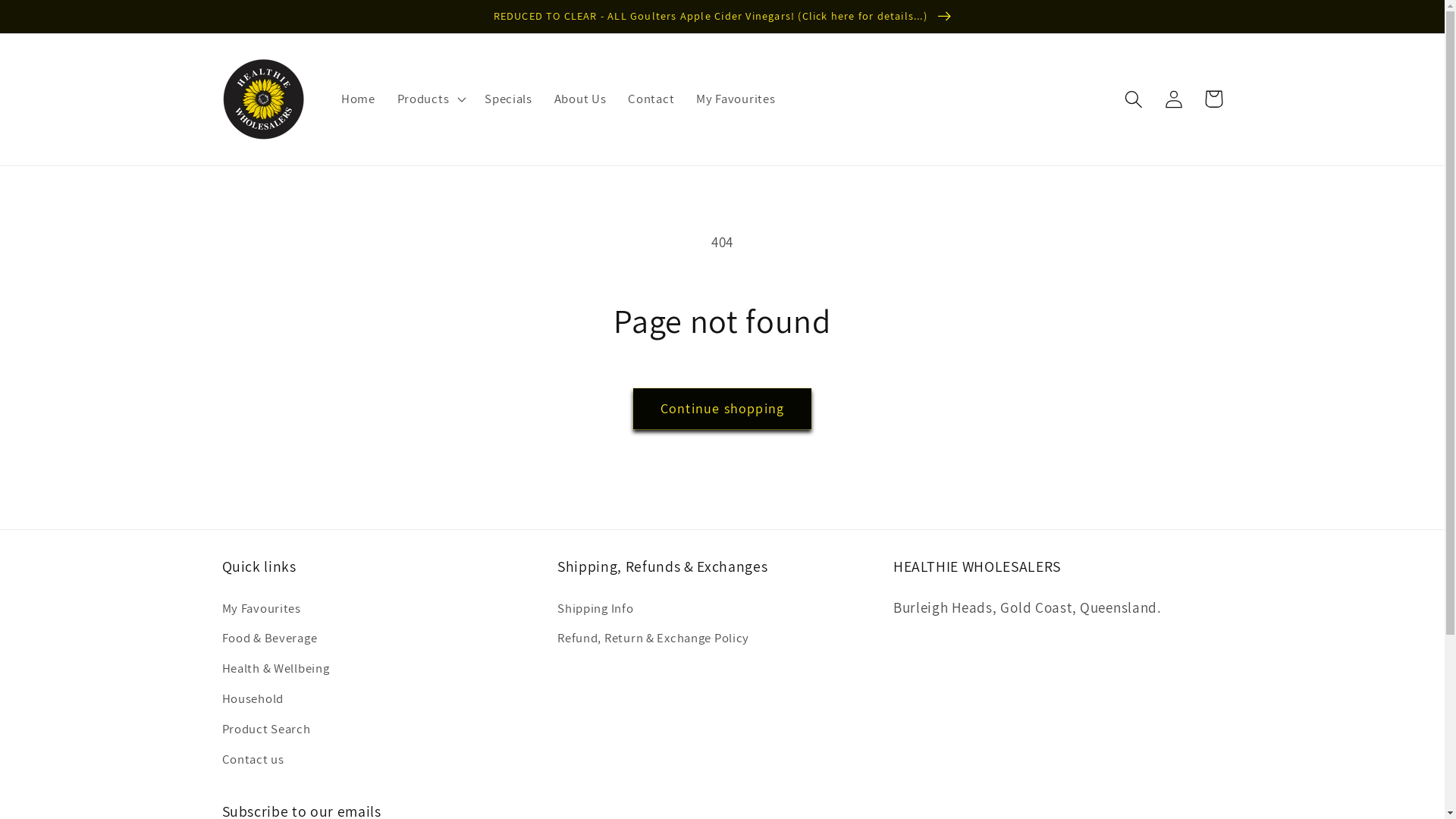  Describe the element at coordinates (1153, 99) in the screenshot. I see `'Log in'` at that location.